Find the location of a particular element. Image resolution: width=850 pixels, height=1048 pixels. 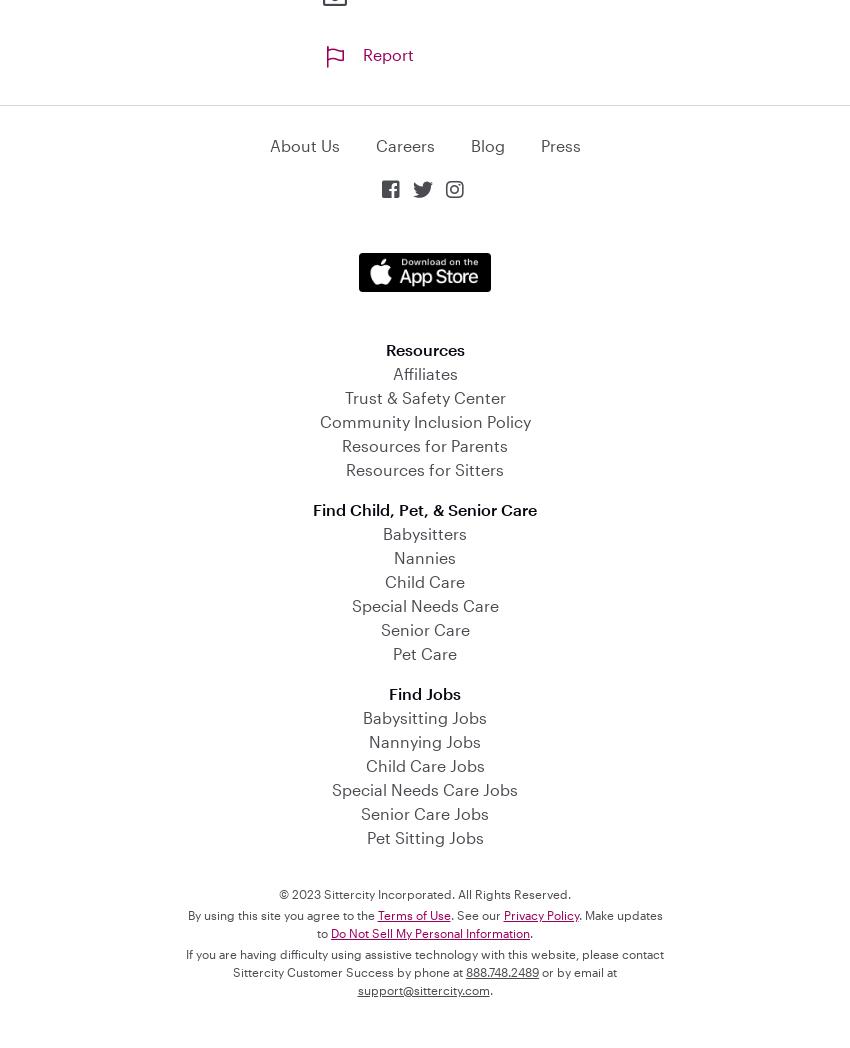

'Find Jobs' is located at coordinates (425, 692).